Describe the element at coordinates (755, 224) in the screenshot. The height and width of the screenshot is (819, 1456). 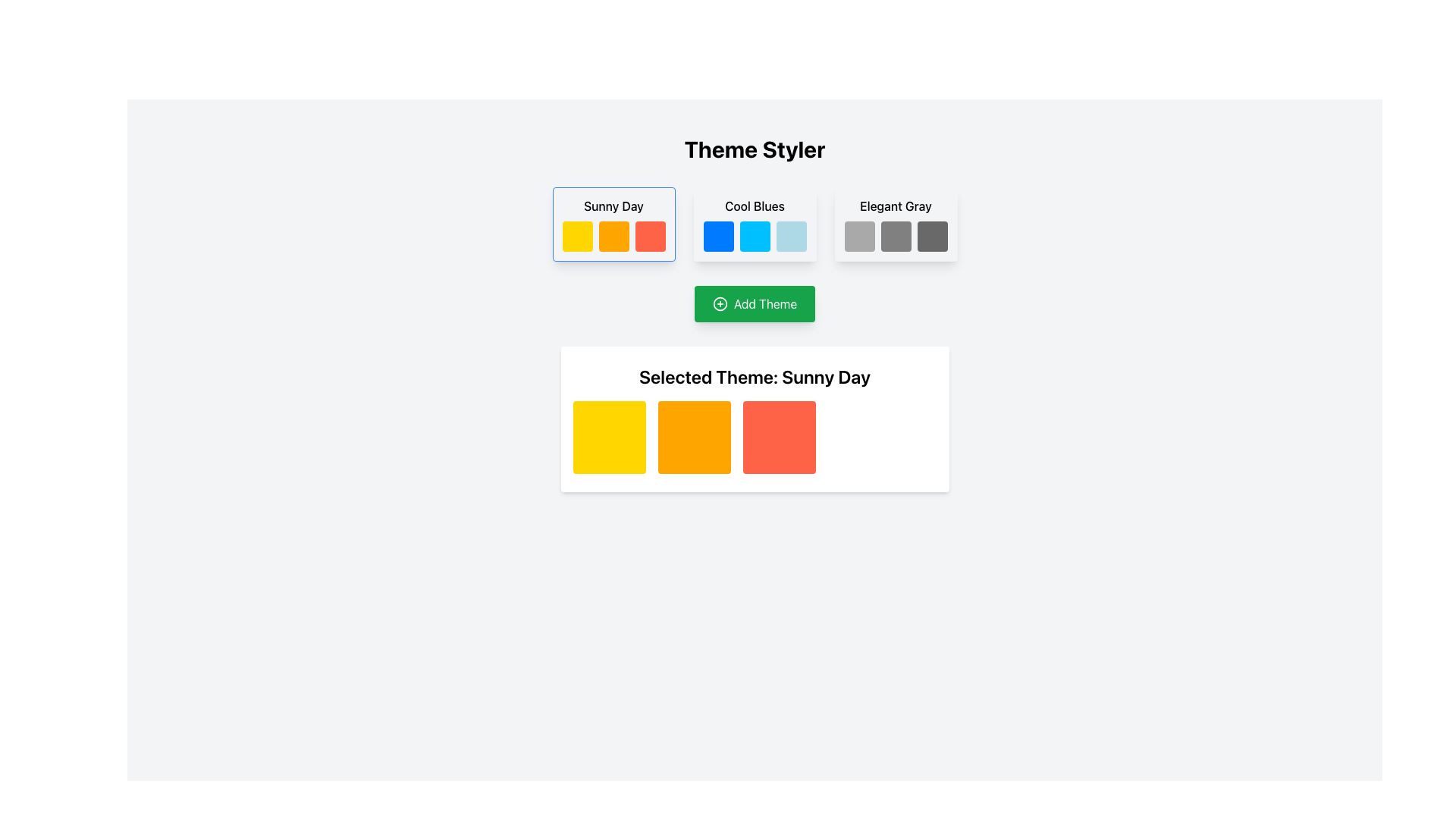
I see `the 'Cool Blues' theme button located in the 'Theme Styler' section` at that location.